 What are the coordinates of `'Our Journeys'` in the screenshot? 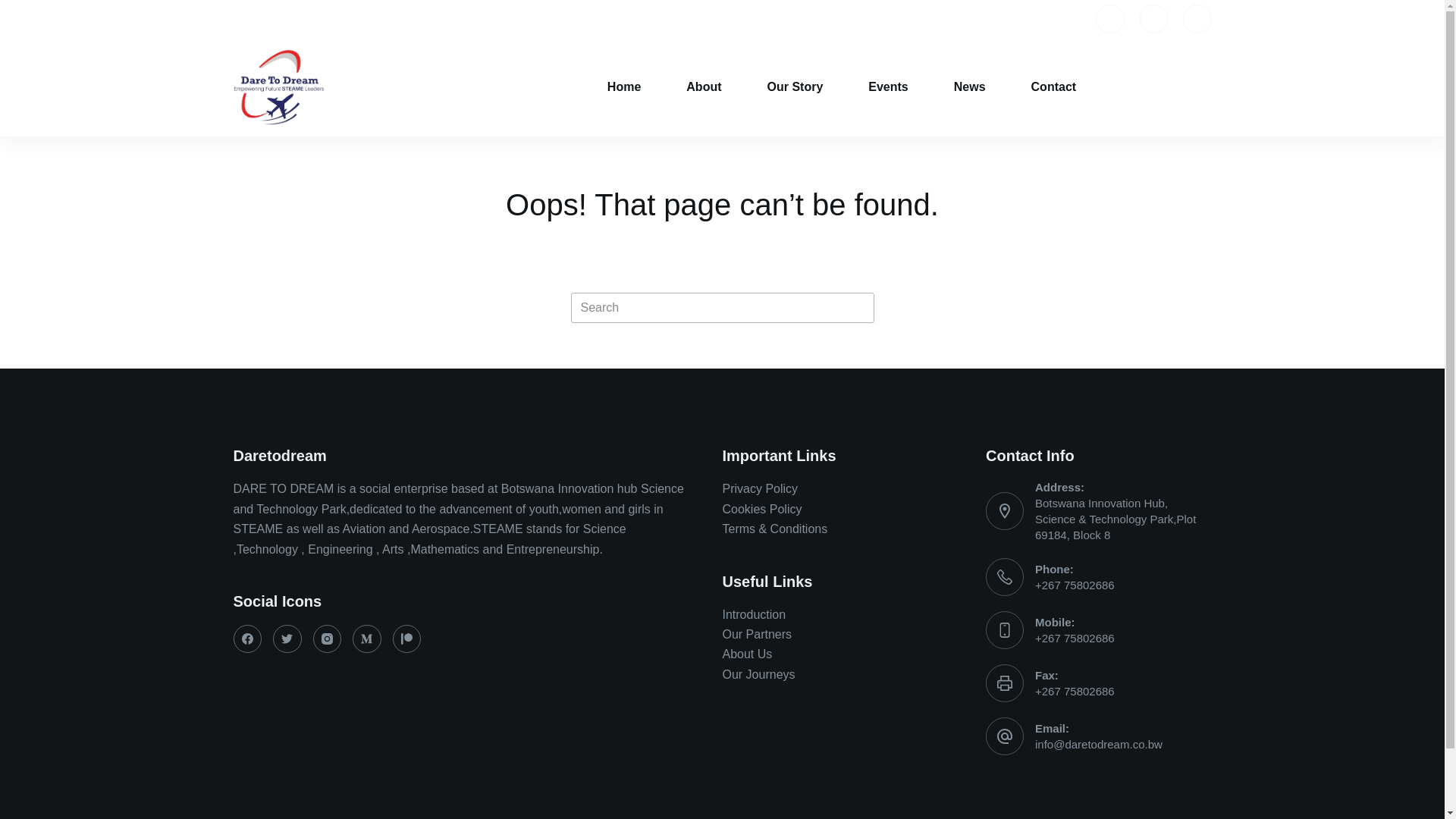 It's located at (720, 673).